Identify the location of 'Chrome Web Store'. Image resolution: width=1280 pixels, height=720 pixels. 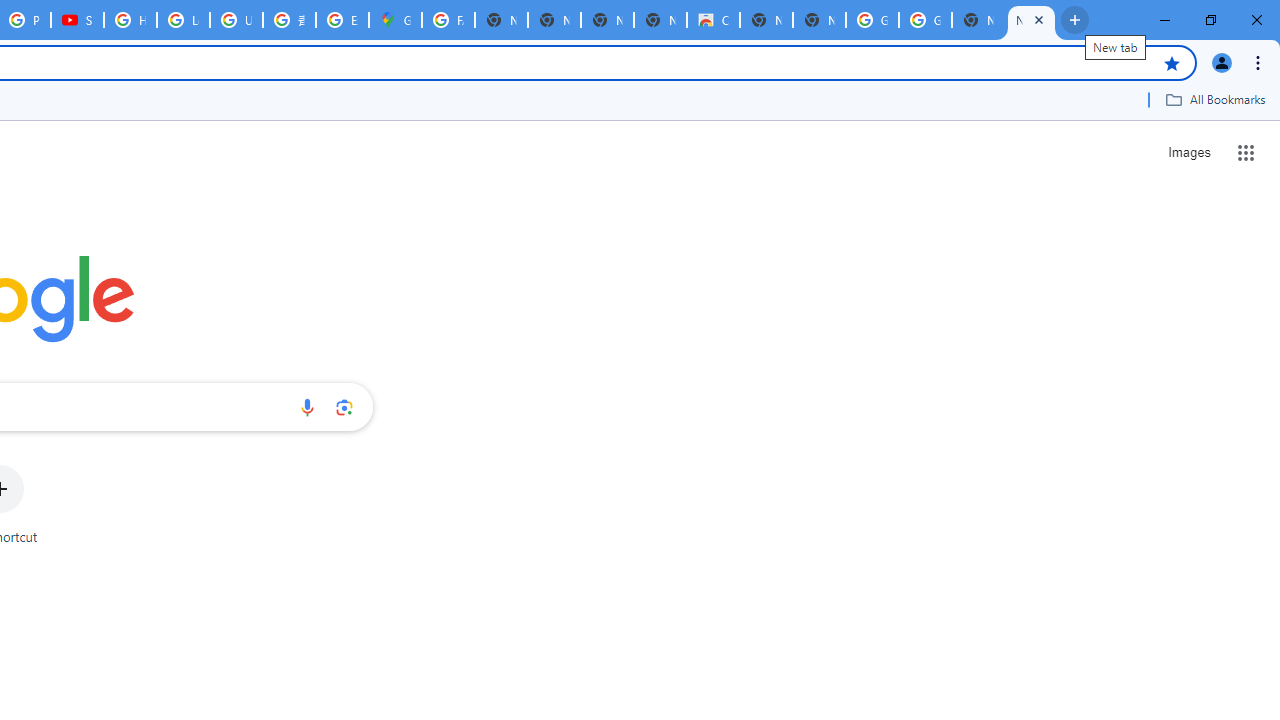
(713, 20).